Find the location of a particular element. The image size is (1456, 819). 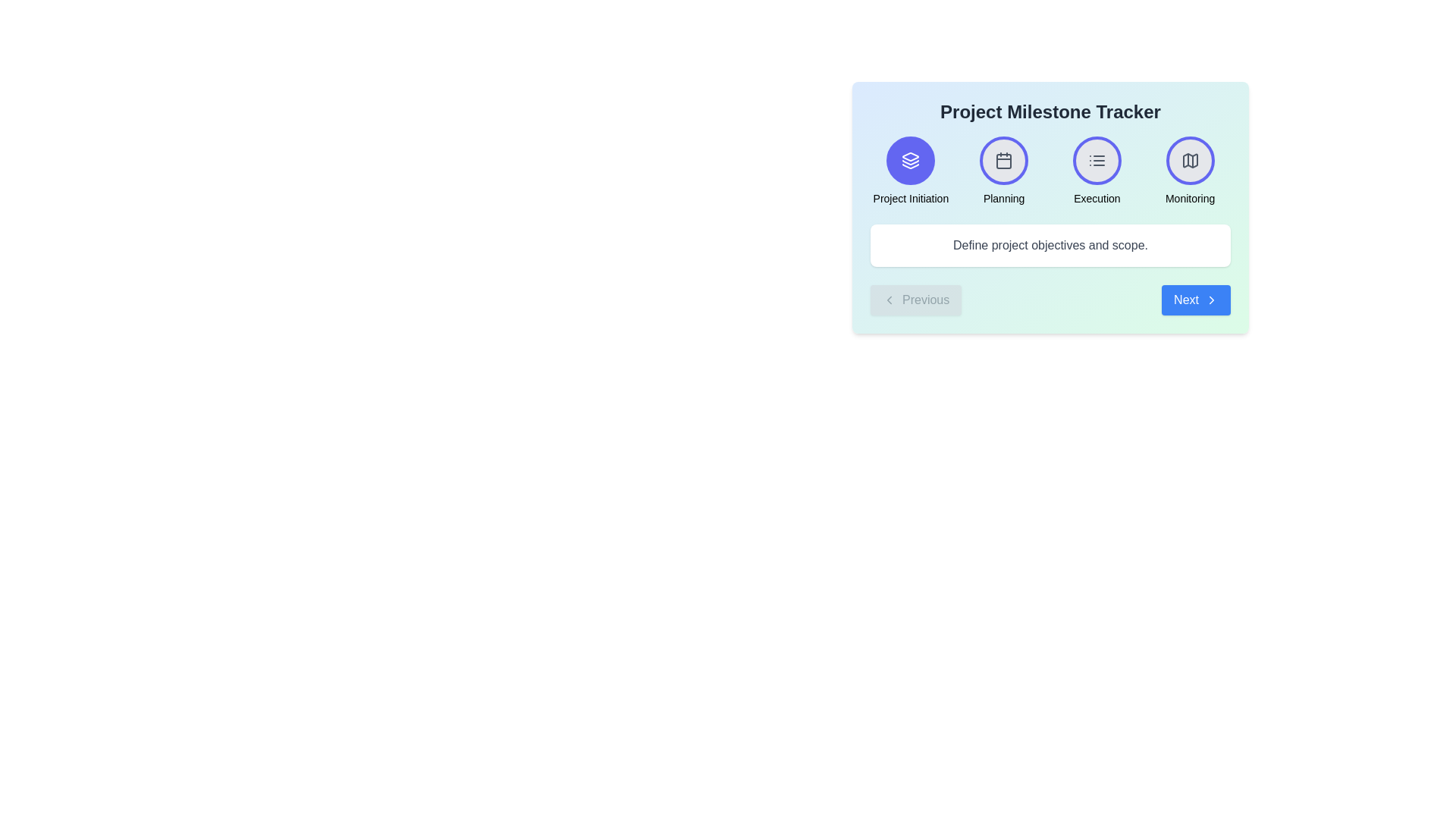

the static text element that provides descriptive information about the current step in the project management tool interface, located below the title 'Project Milestone Tracker' is located at coordinates (1050, 245).